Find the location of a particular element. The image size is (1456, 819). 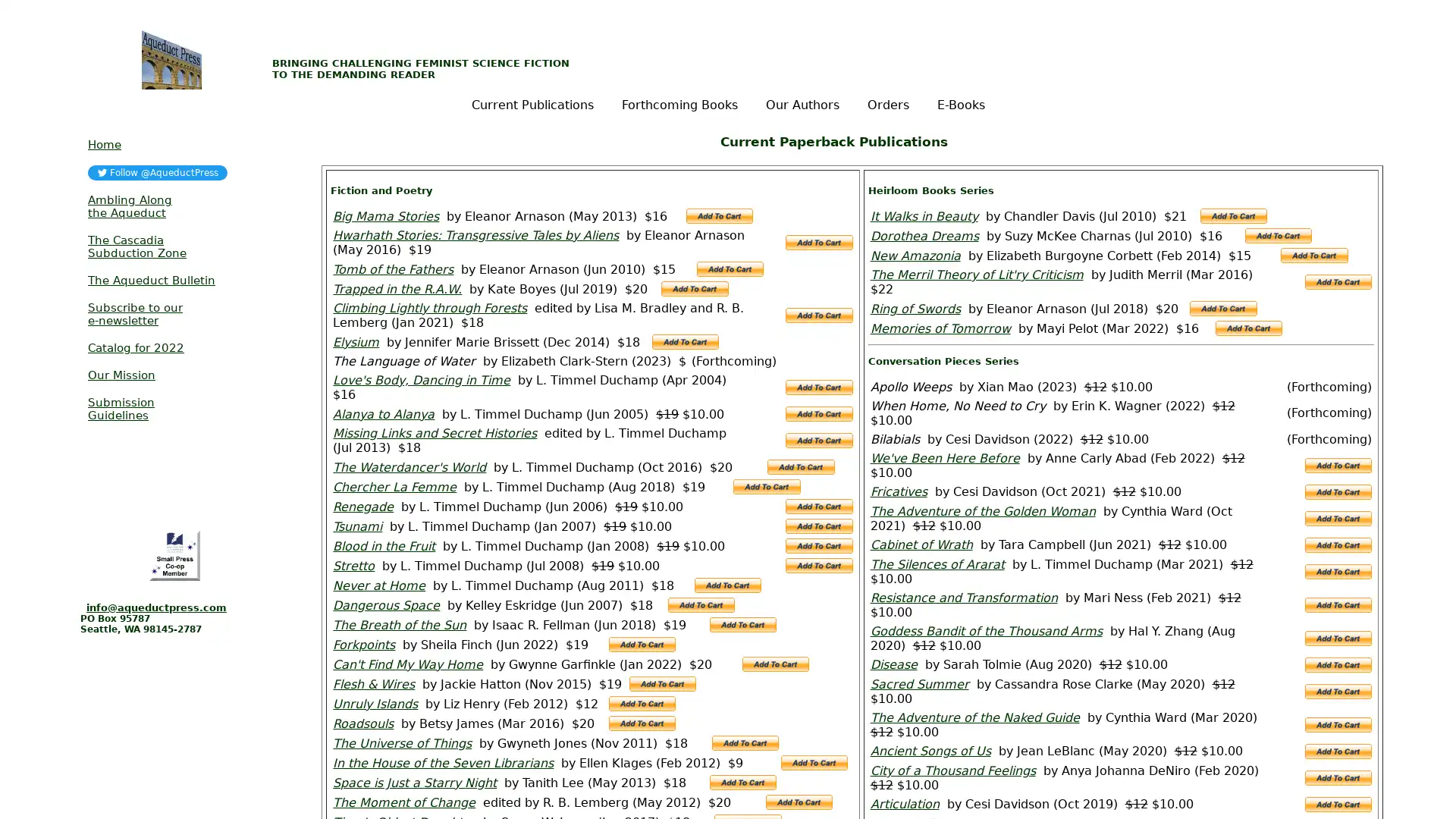

Make payments with PayPal - it\'s fast, free and secure! is located at coordinates (701, 604).